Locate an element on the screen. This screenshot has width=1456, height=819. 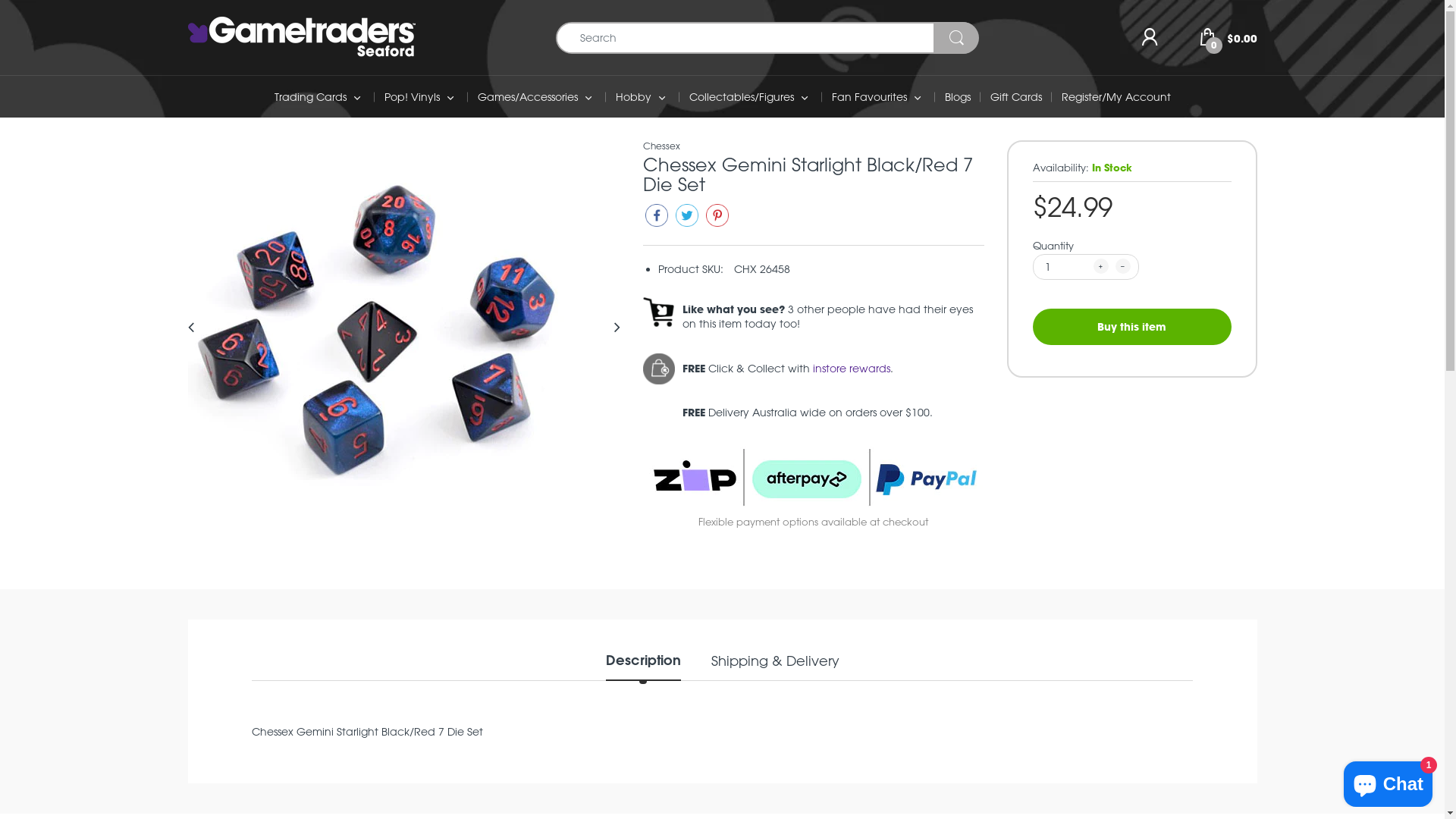
'Buy this item' is located at coordinates (1131, 325).